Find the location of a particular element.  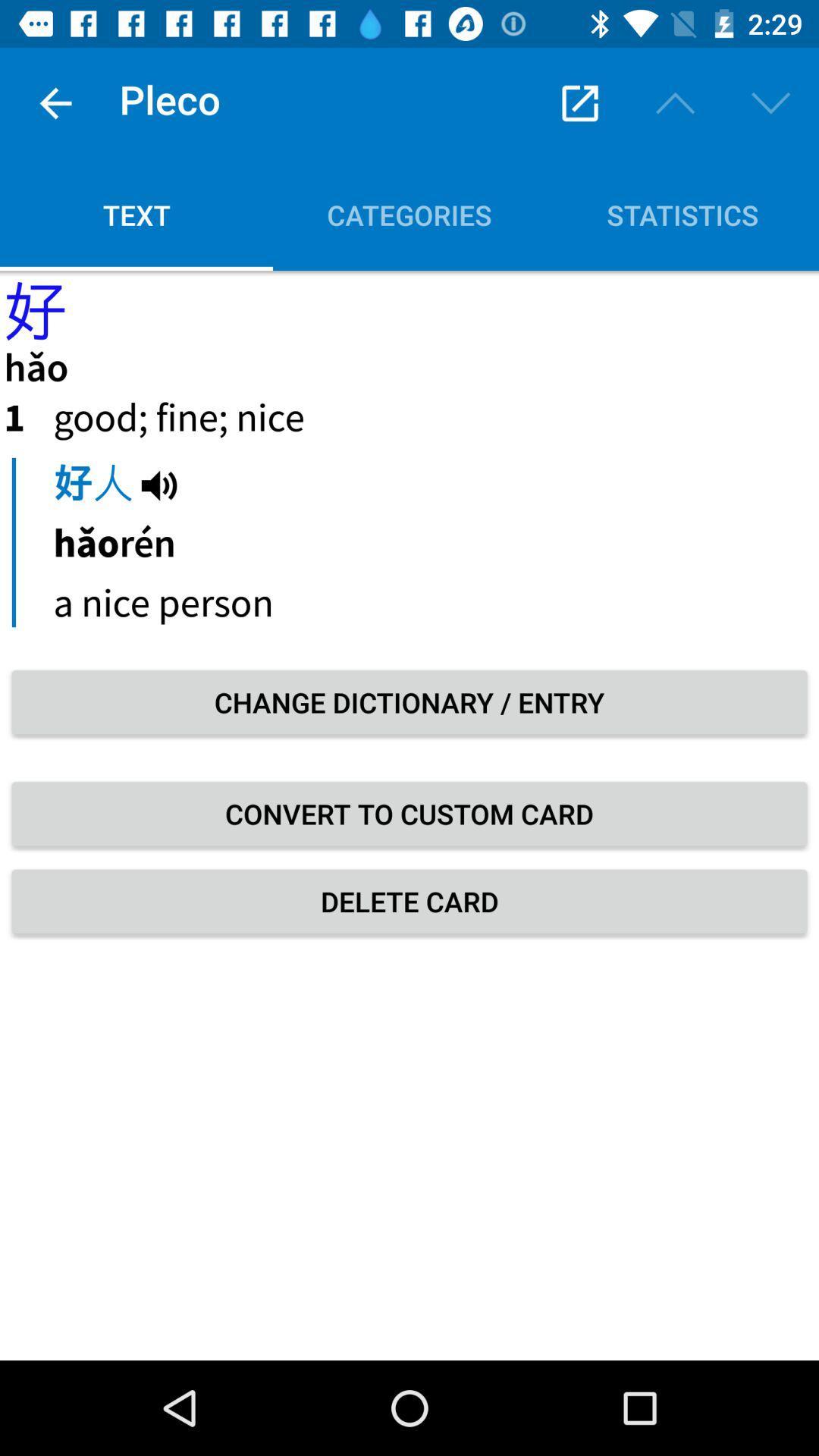

item next to pleco is located at coordinates (55, 102).